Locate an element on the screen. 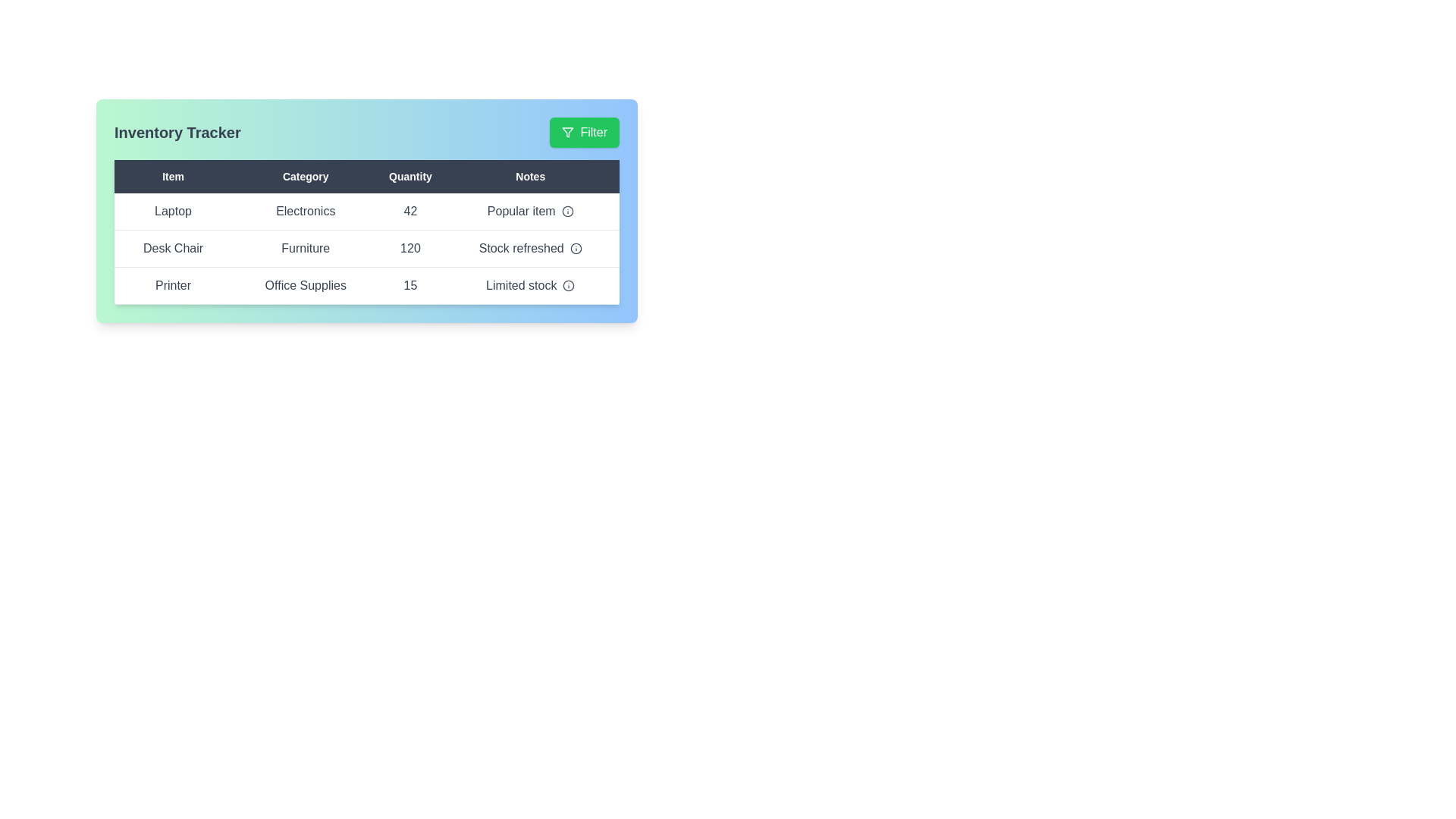  the info icon in the 'Notes' column for the Printer row is located at coordinates (568, 286).